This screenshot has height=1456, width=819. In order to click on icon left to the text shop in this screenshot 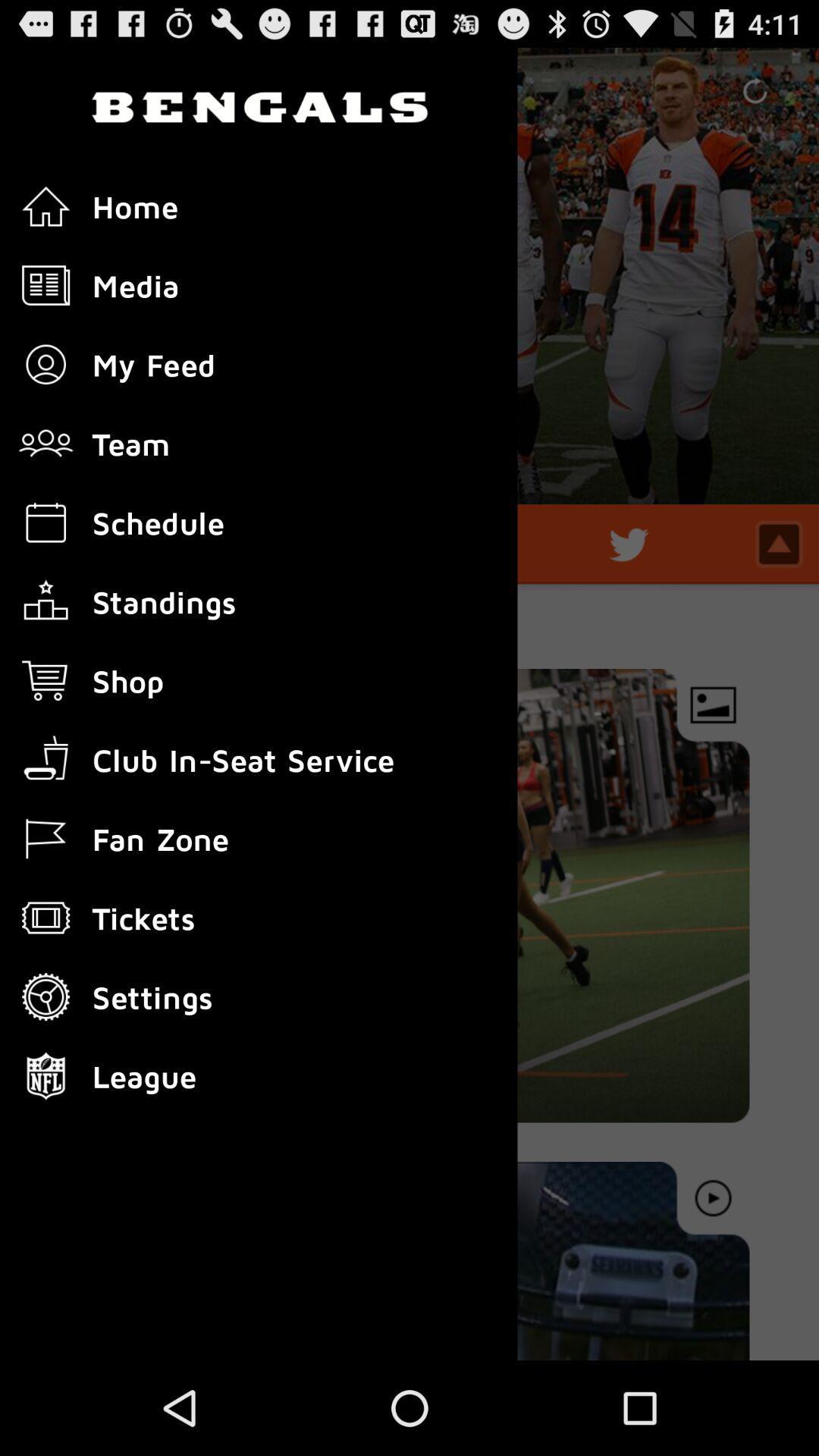, I will do `click(45, 679)`.